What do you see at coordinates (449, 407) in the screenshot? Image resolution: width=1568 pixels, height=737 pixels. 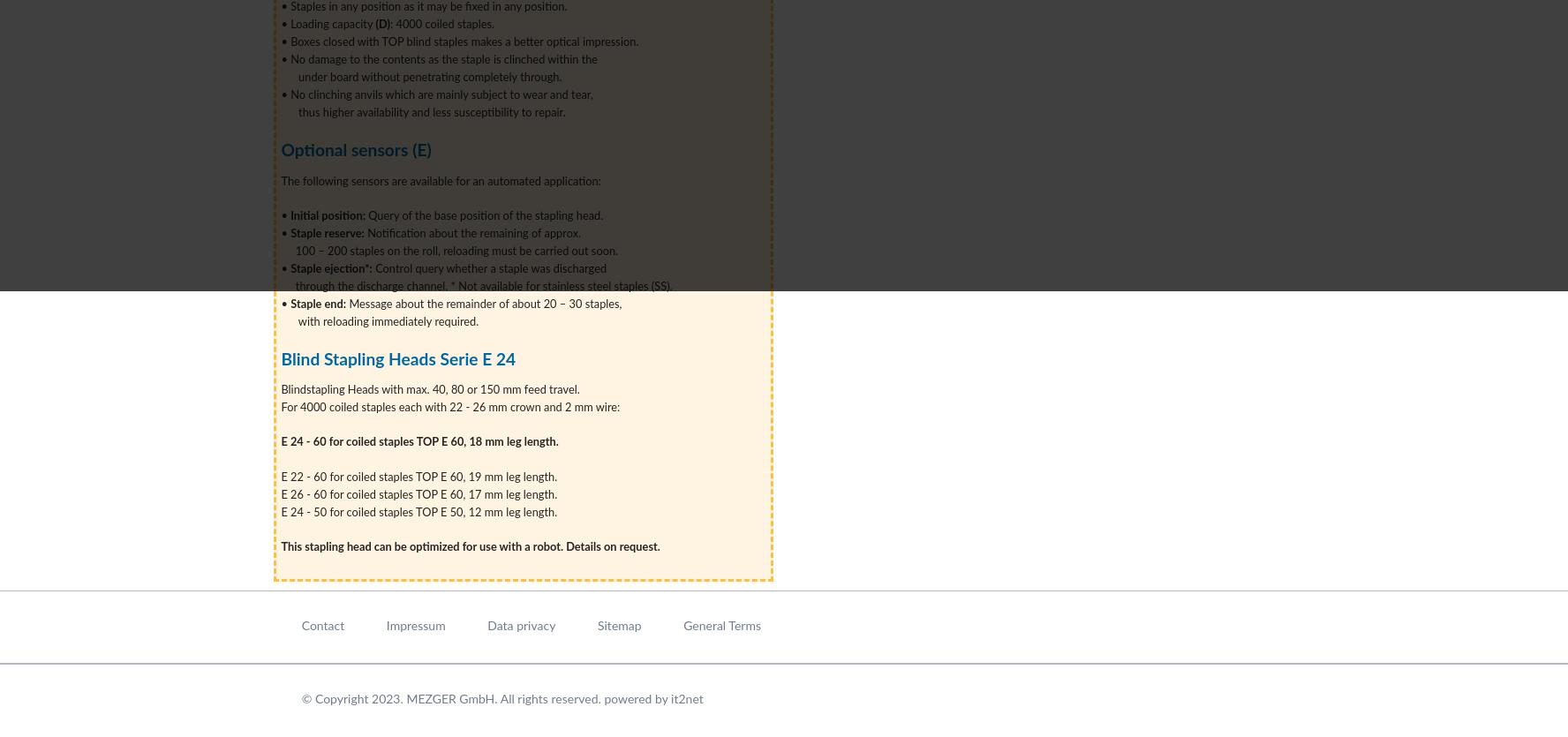 I see `'For 4000 coiled staples each with 22 - 26 mm crown and 2 mm wire:'` at bounding box center [449, 407].